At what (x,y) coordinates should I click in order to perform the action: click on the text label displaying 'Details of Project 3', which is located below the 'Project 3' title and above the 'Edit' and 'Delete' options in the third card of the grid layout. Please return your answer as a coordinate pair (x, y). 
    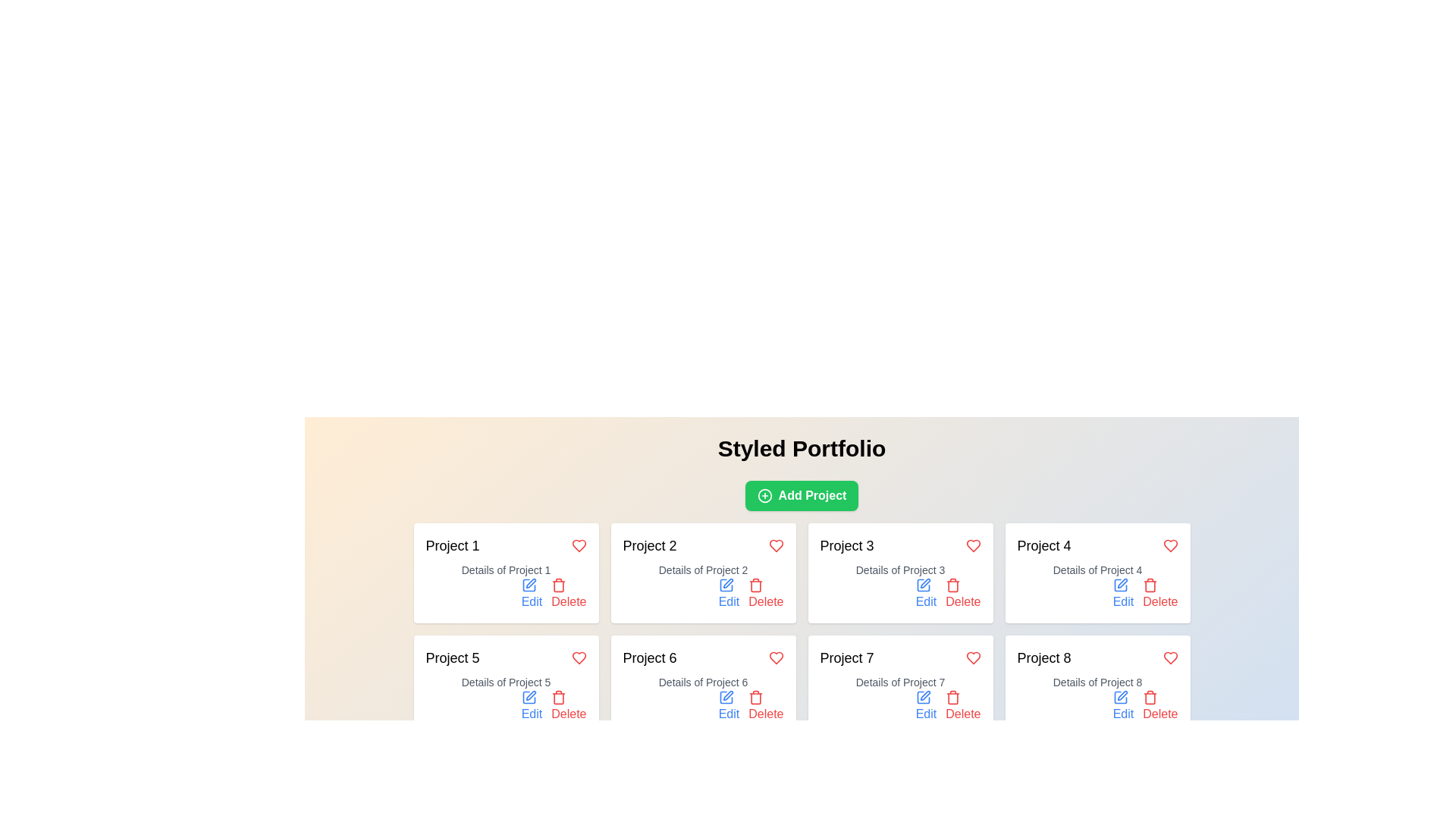
    Looking at the image, I should click on (900, 570).